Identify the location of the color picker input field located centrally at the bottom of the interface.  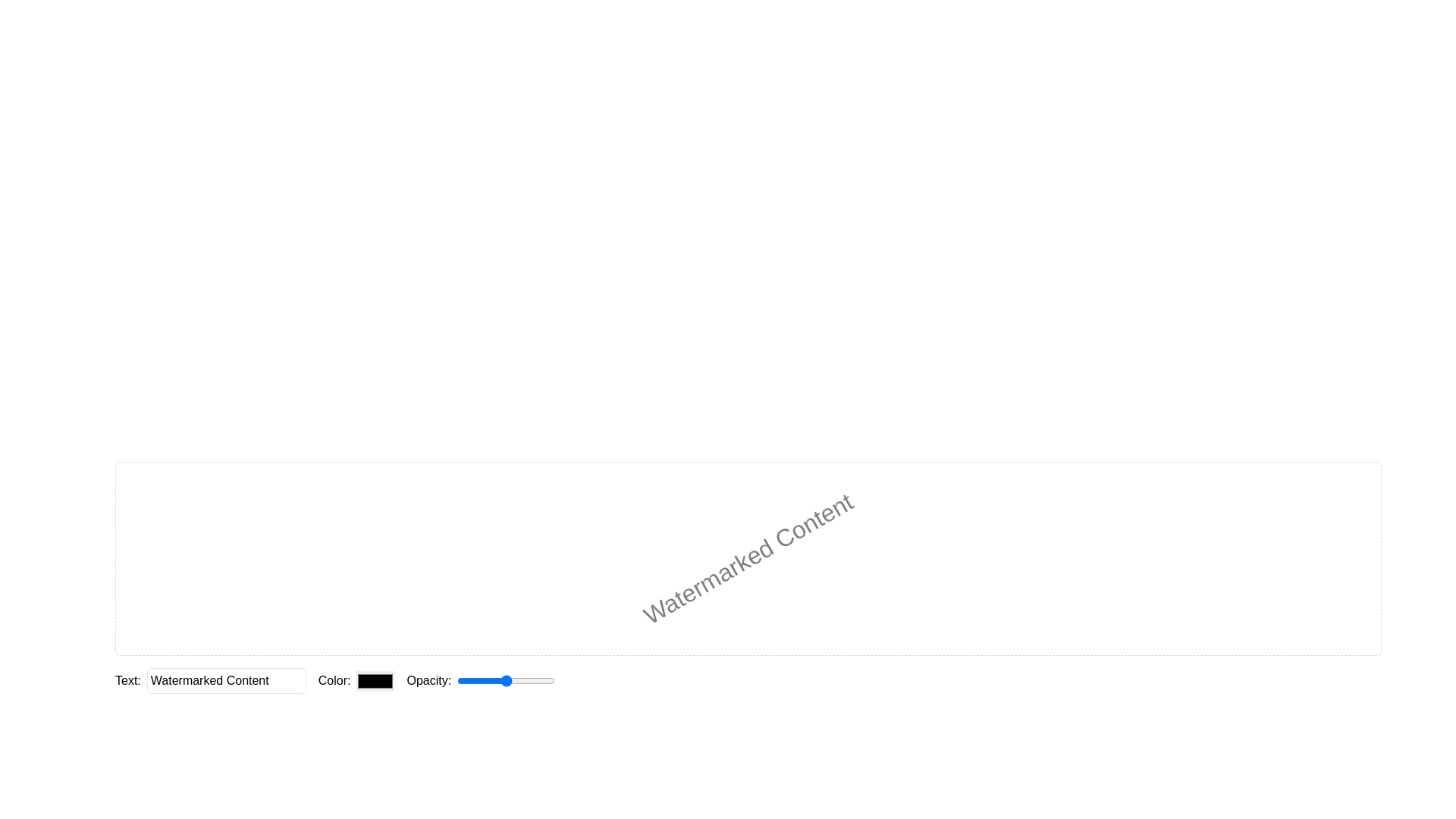
(356, 680).